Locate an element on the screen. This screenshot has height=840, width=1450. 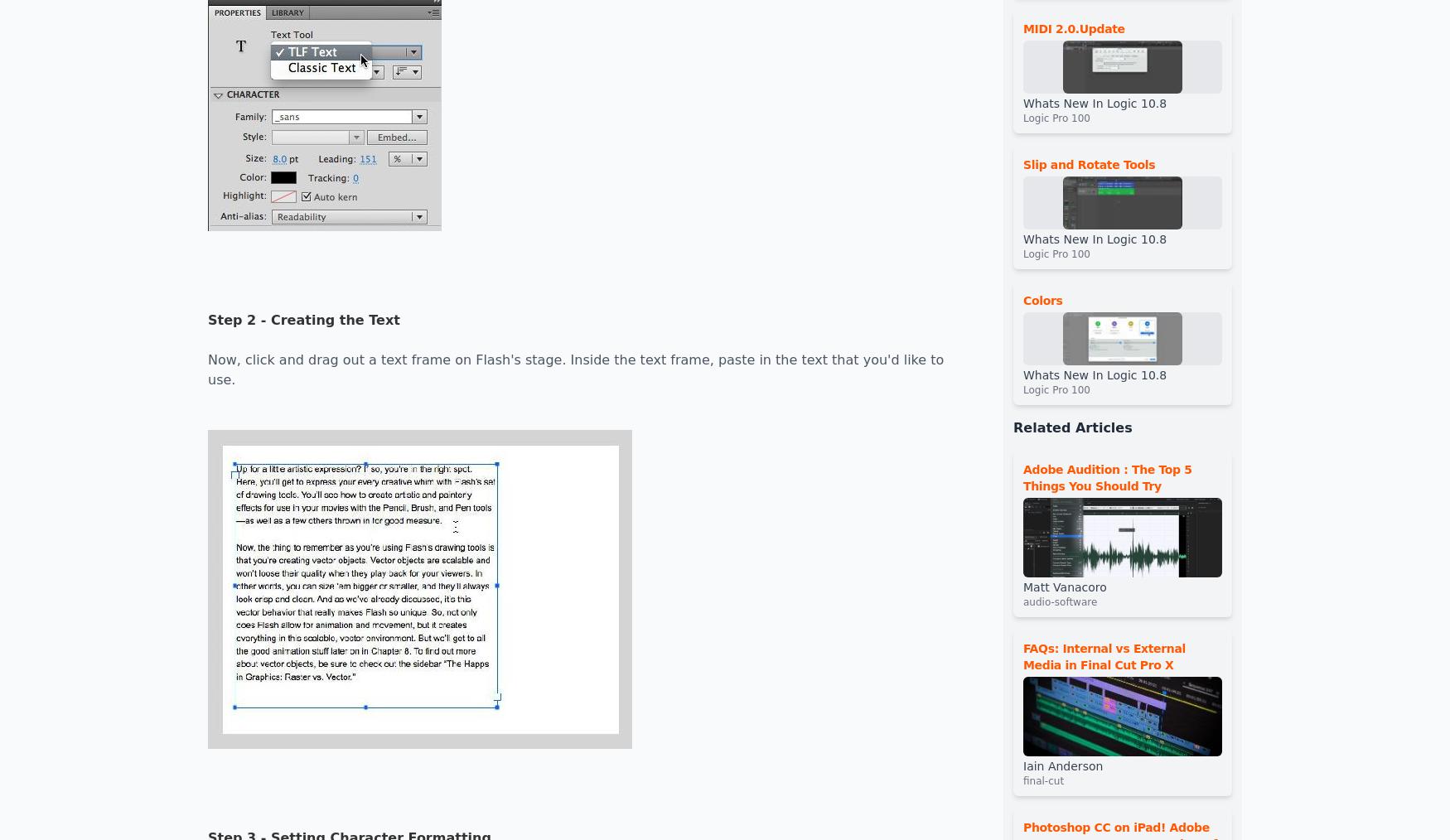
'Related Articles' is located at coordinates (1013, 427).